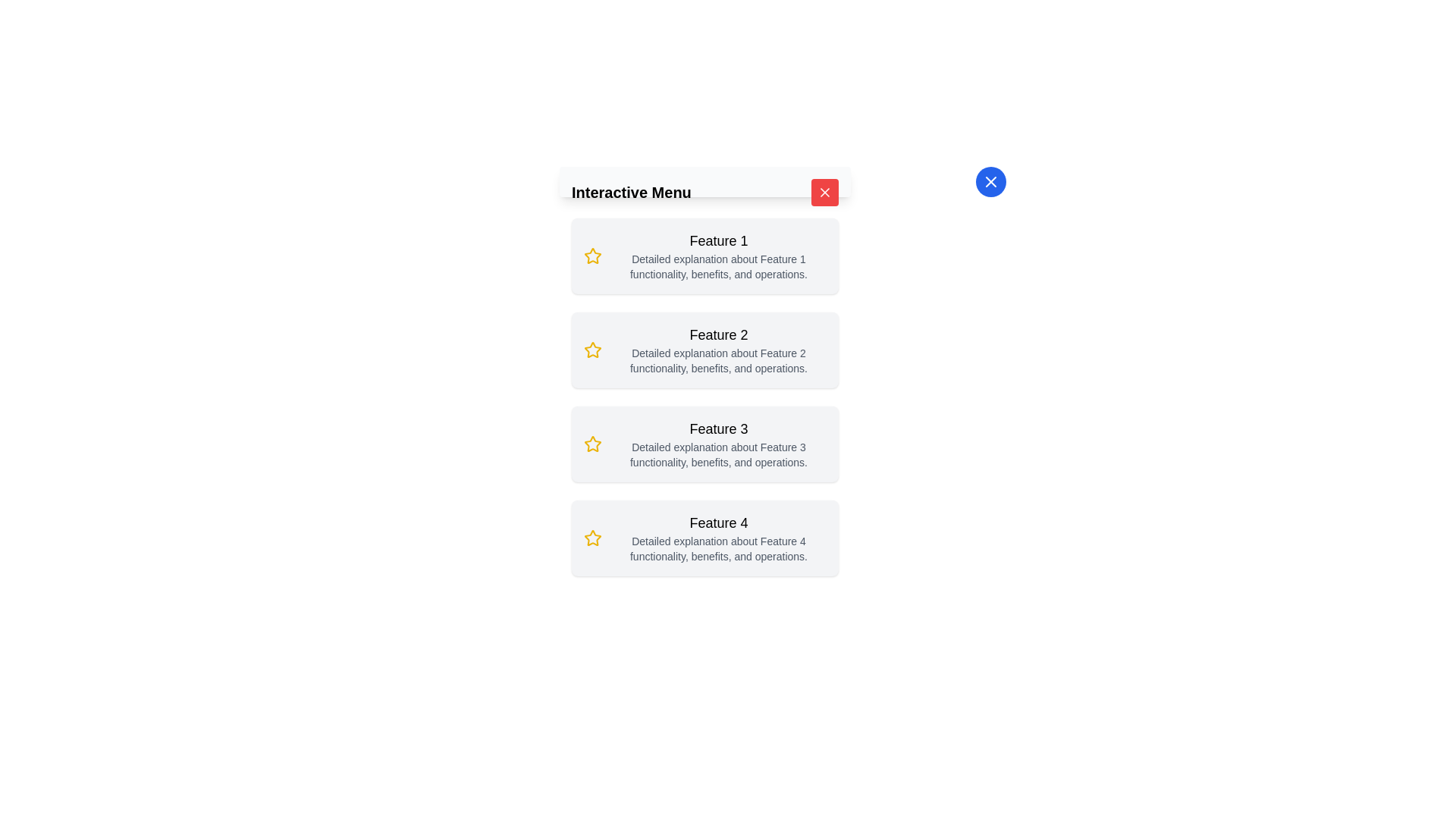  I want to click on the Card that provides an overview of 'Feature 3', located as the third item in a vertically stacked list between 'Feature 2' and 'Feature 4', so click(704, 444).